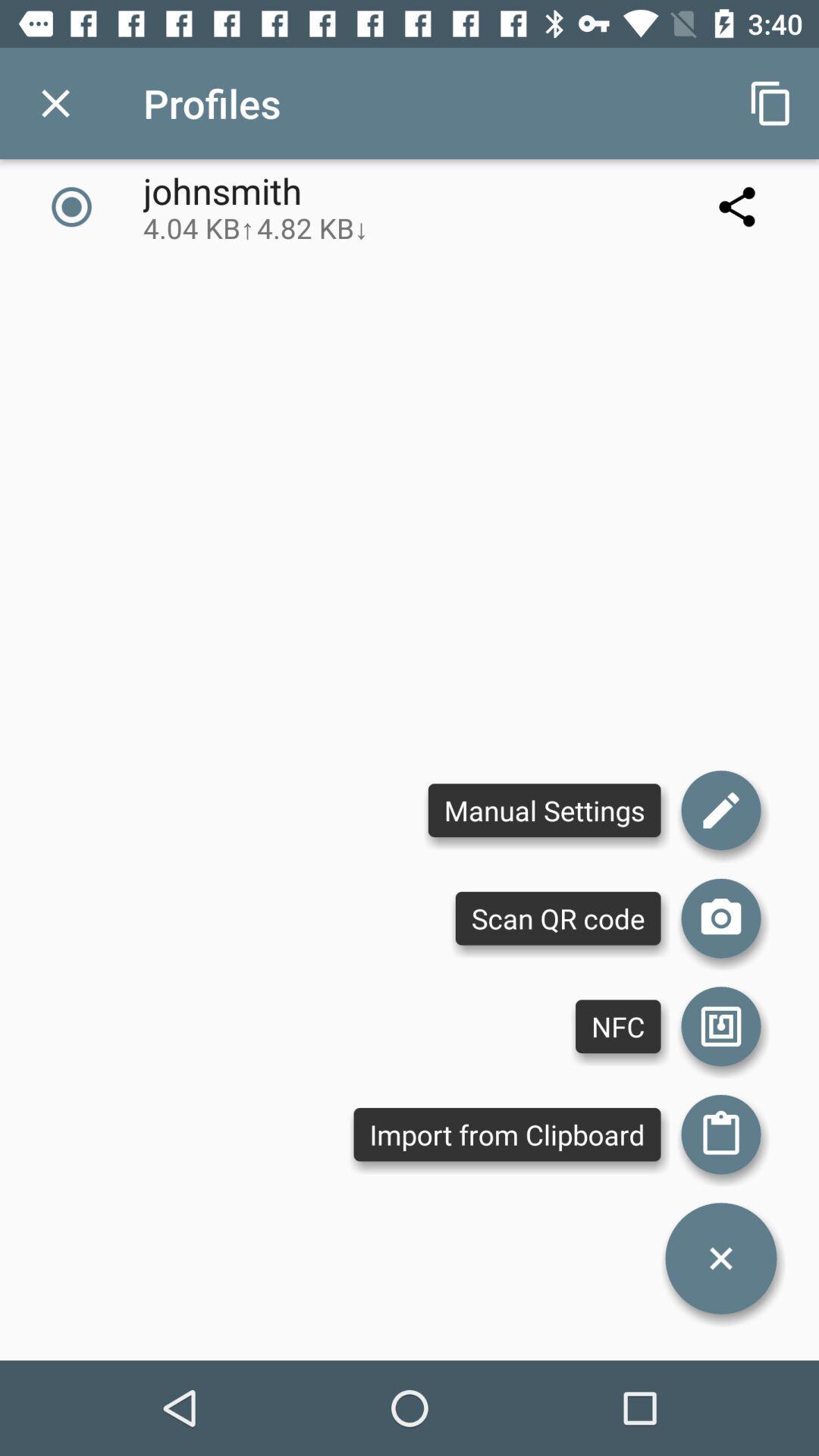 The width and height of the screenshot is (819, 1456). Describe the element at coordinates (507, 1134) in the screenshot. I see `the import from clipboard item` at that location.